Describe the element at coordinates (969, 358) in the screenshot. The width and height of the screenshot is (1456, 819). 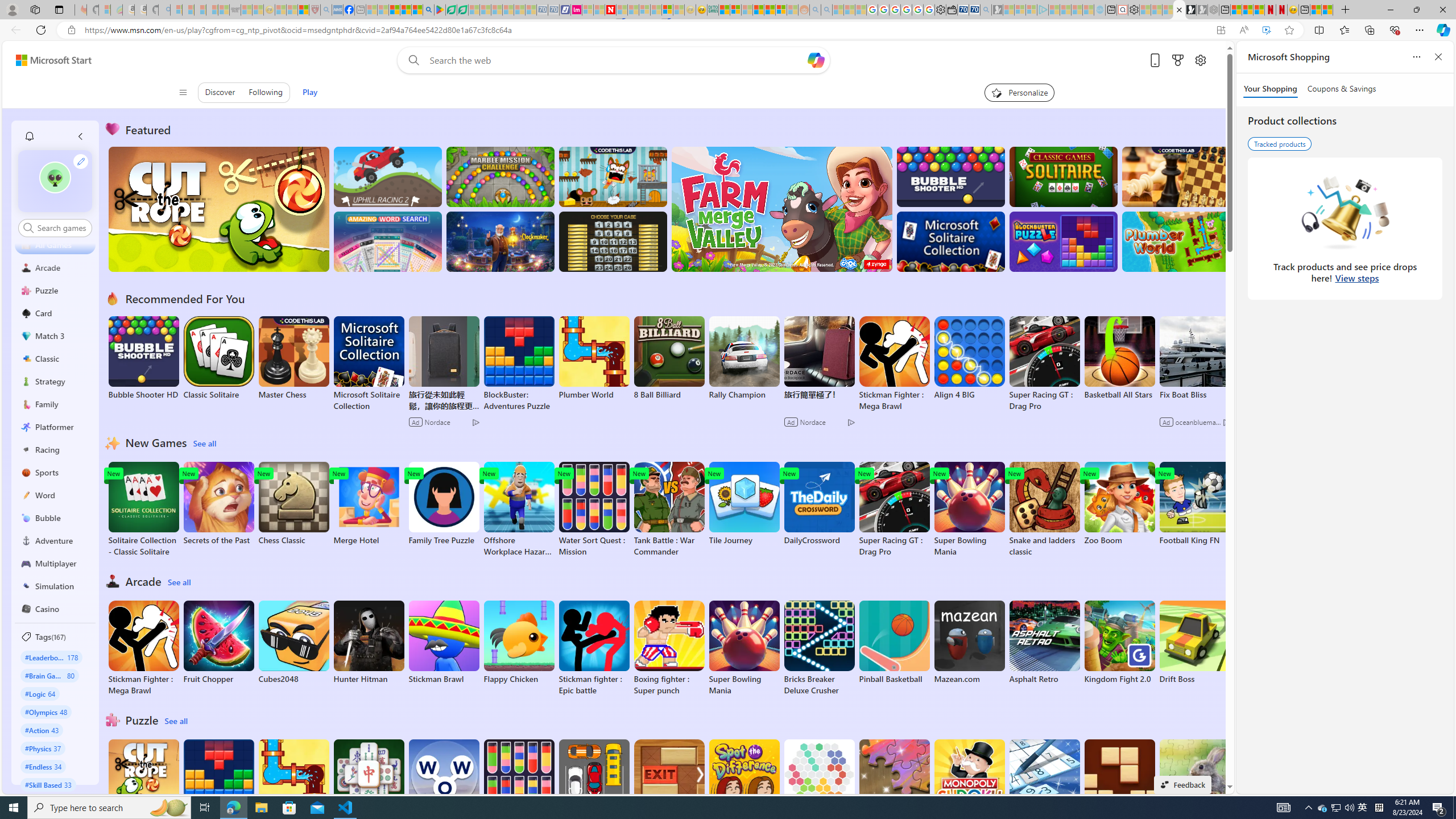
I see `'Align 4 BIG'` at that location.